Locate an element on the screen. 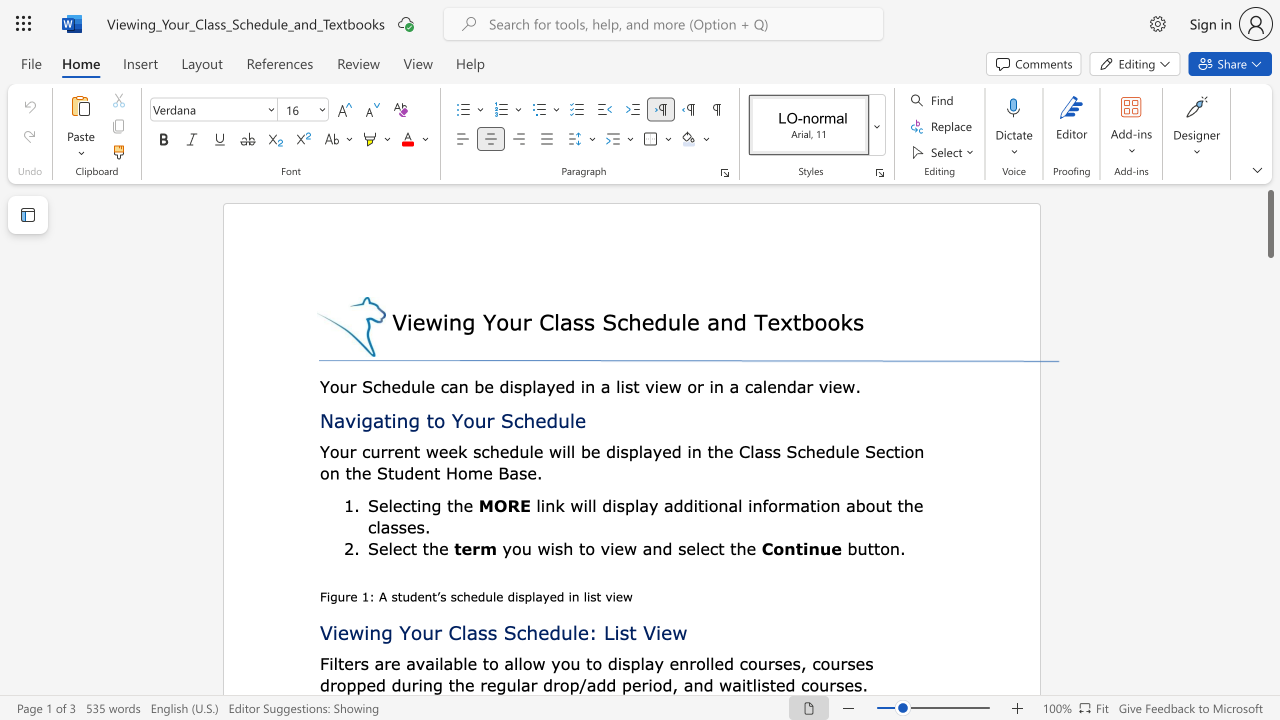 The height and width of the screenshot is (720, 1280). the scrollbar on the right is located at coordinates (1269, 370).